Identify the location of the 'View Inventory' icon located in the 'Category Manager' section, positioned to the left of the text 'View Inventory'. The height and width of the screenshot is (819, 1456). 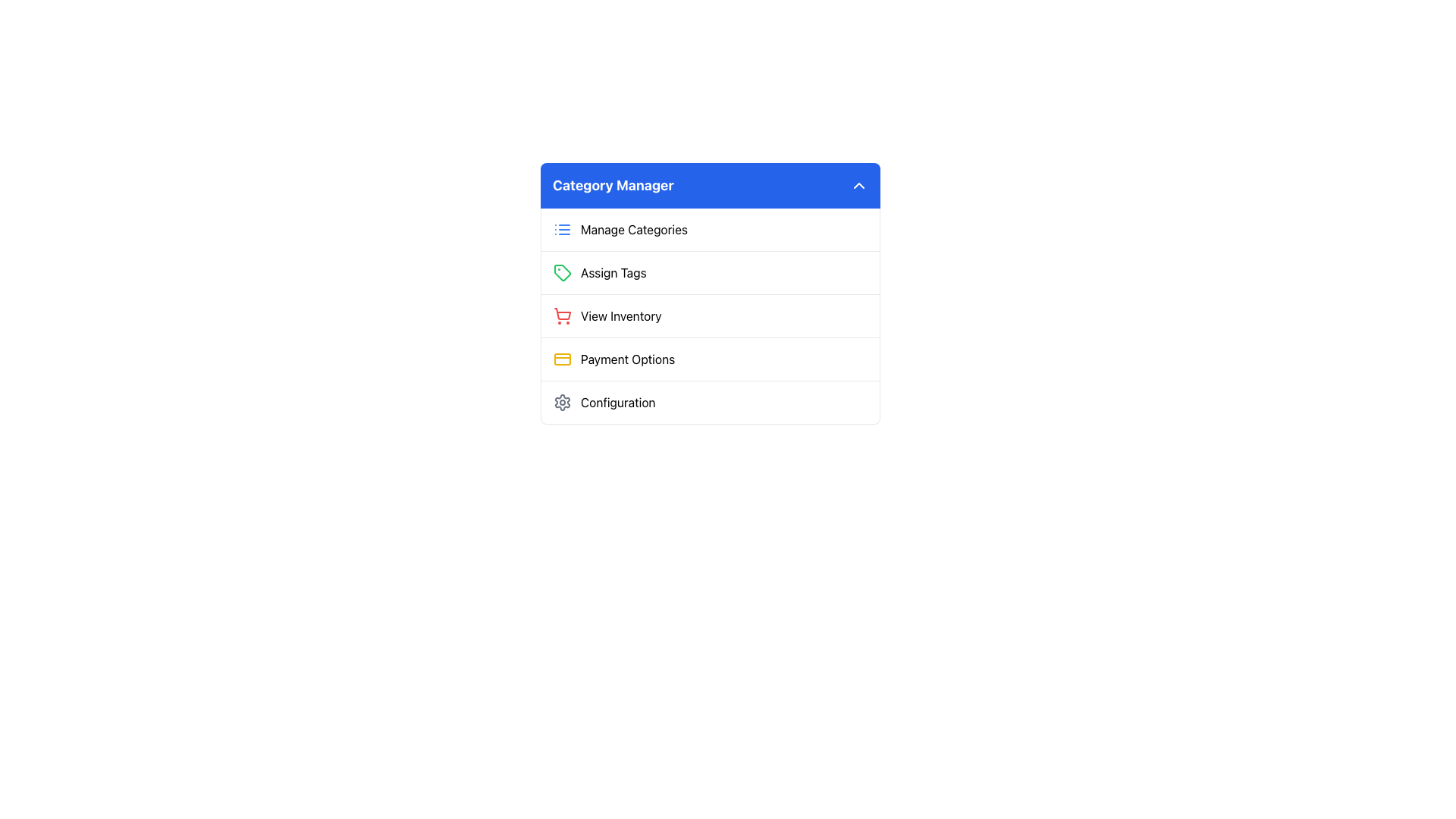
(562, 315).